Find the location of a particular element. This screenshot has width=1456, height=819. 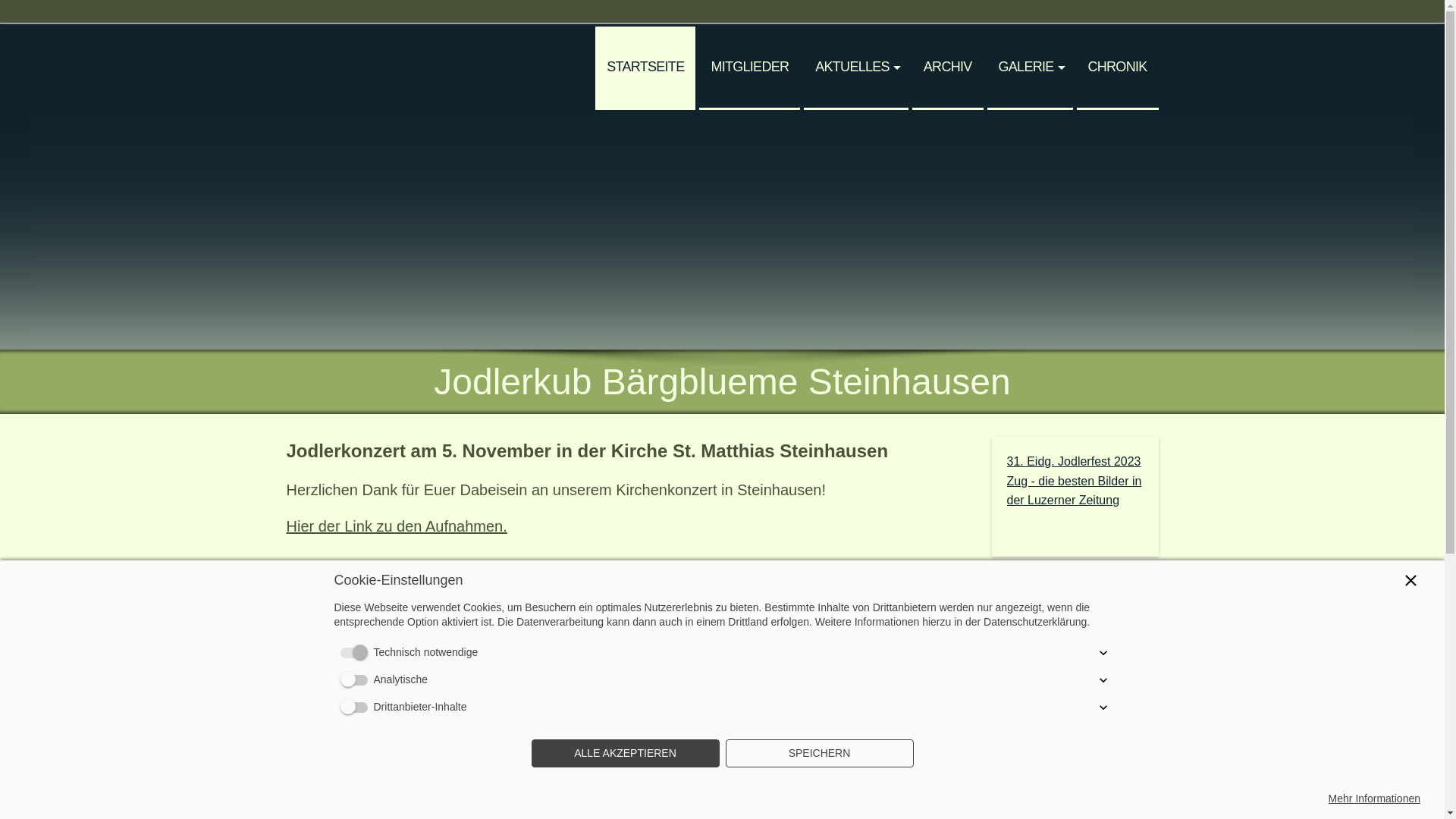

'Mehr Bilder ...' is located at coordinates (333, 720).